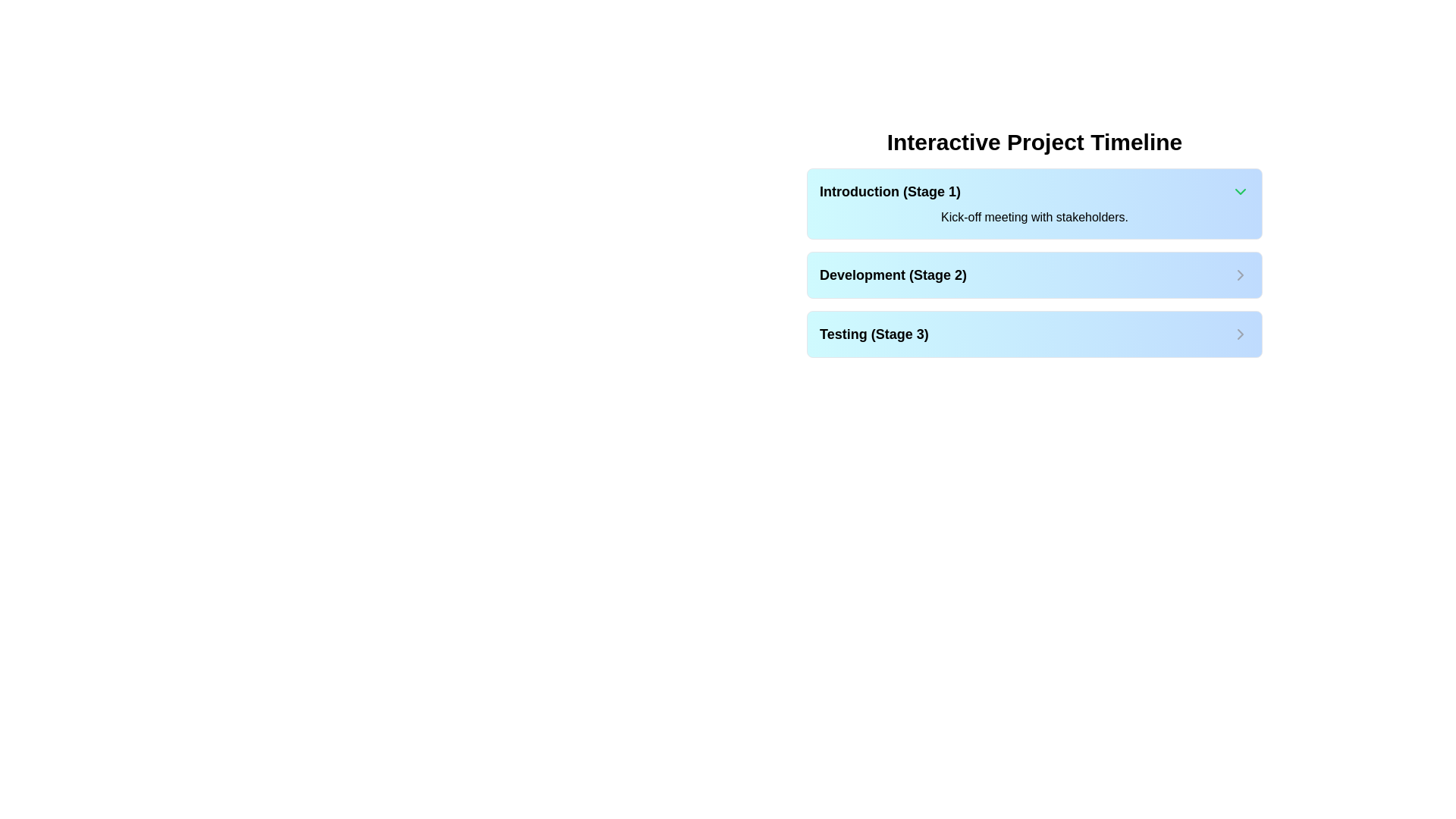 This screenshot has height=819, width=1456. Describe the element at coordinates (1034, 333) in the screenshot. I see `the third panel in the vertical stack indicating the 'Testing' stage` at that location.